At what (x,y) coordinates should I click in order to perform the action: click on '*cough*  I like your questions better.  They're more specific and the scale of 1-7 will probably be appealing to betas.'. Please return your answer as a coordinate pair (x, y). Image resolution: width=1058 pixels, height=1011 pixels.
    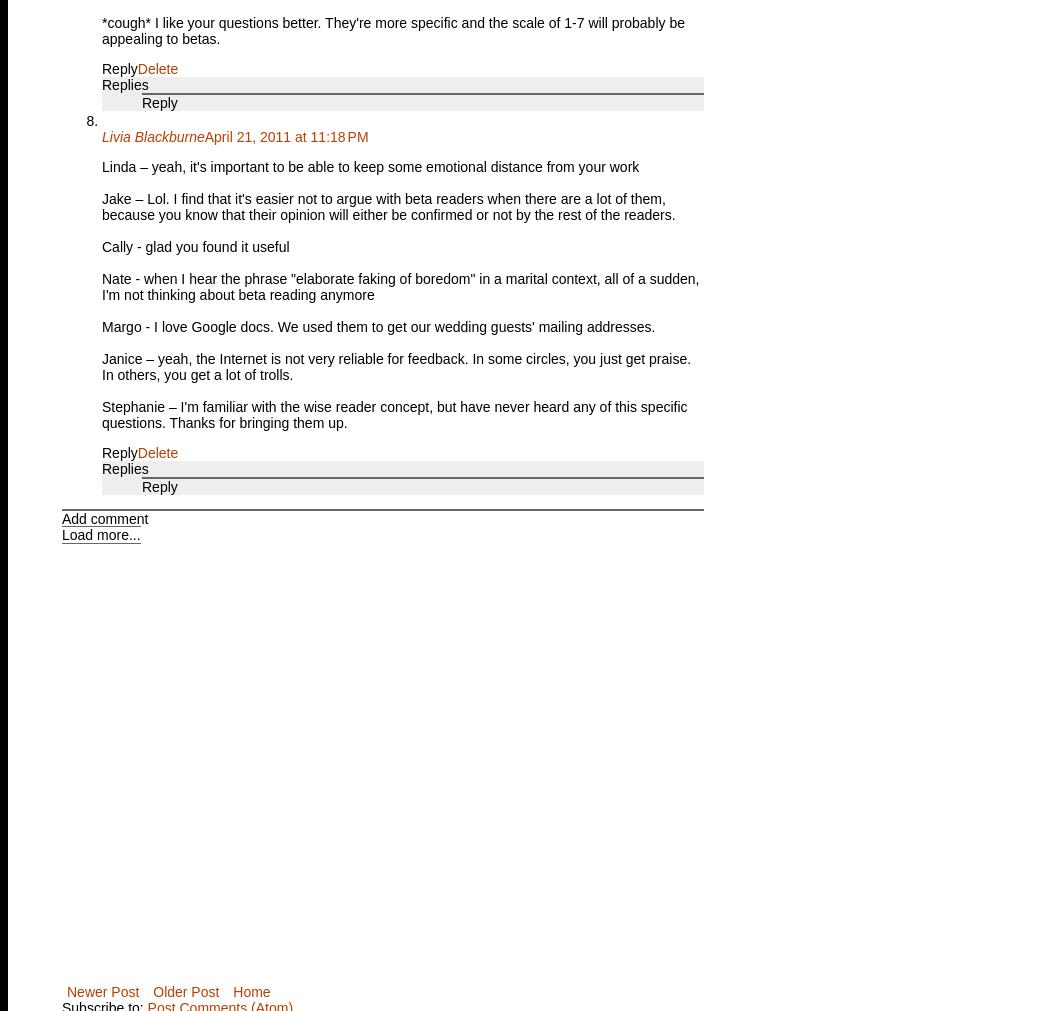
    Looking at the image, I should click on (393, 29).